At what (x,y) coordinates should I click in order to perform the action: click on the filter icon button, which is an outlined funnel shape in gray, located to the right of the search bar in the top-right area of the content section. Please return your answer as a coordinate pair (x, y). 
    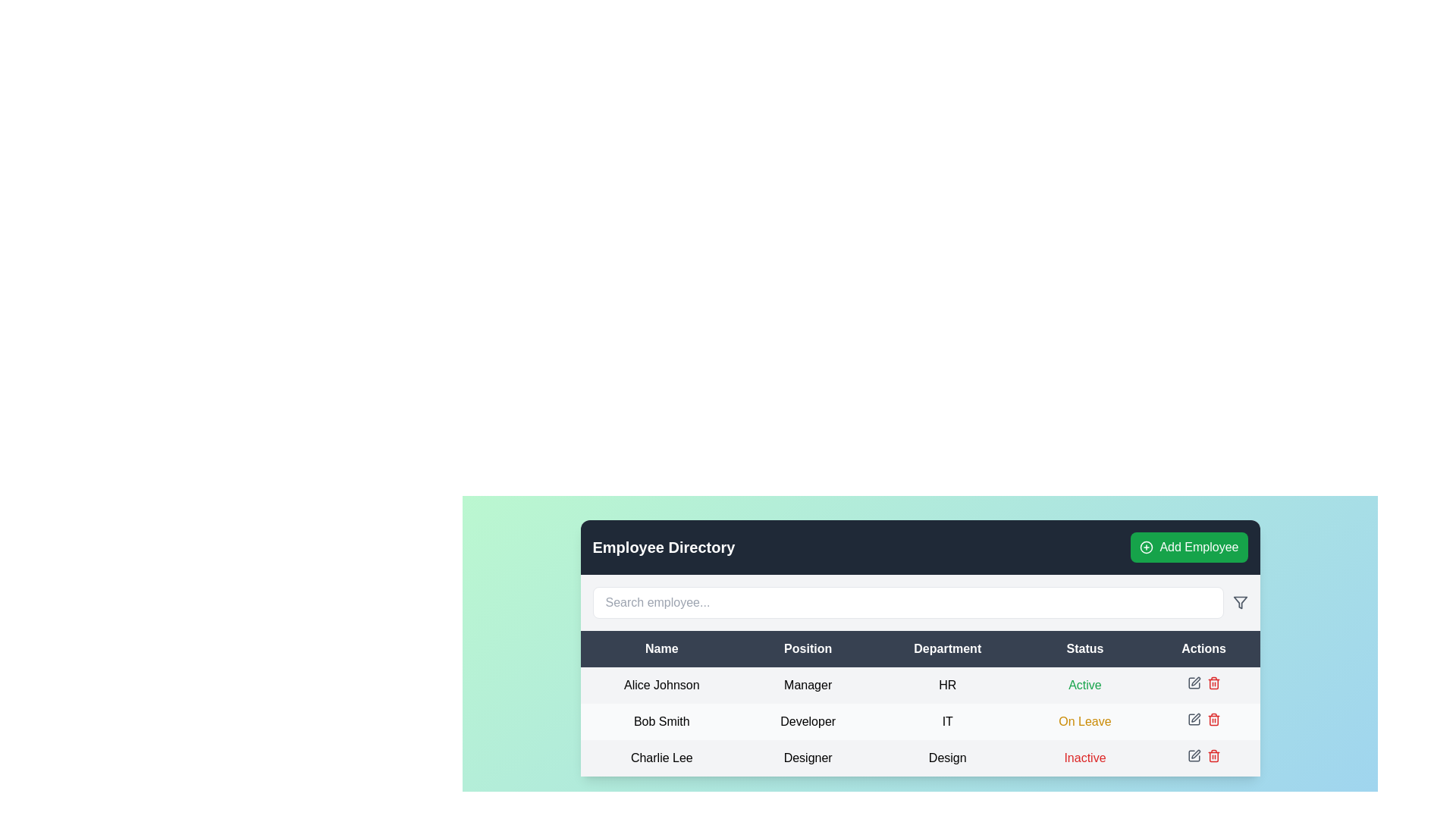
    Looking at the image, I should click on (1240, 601).